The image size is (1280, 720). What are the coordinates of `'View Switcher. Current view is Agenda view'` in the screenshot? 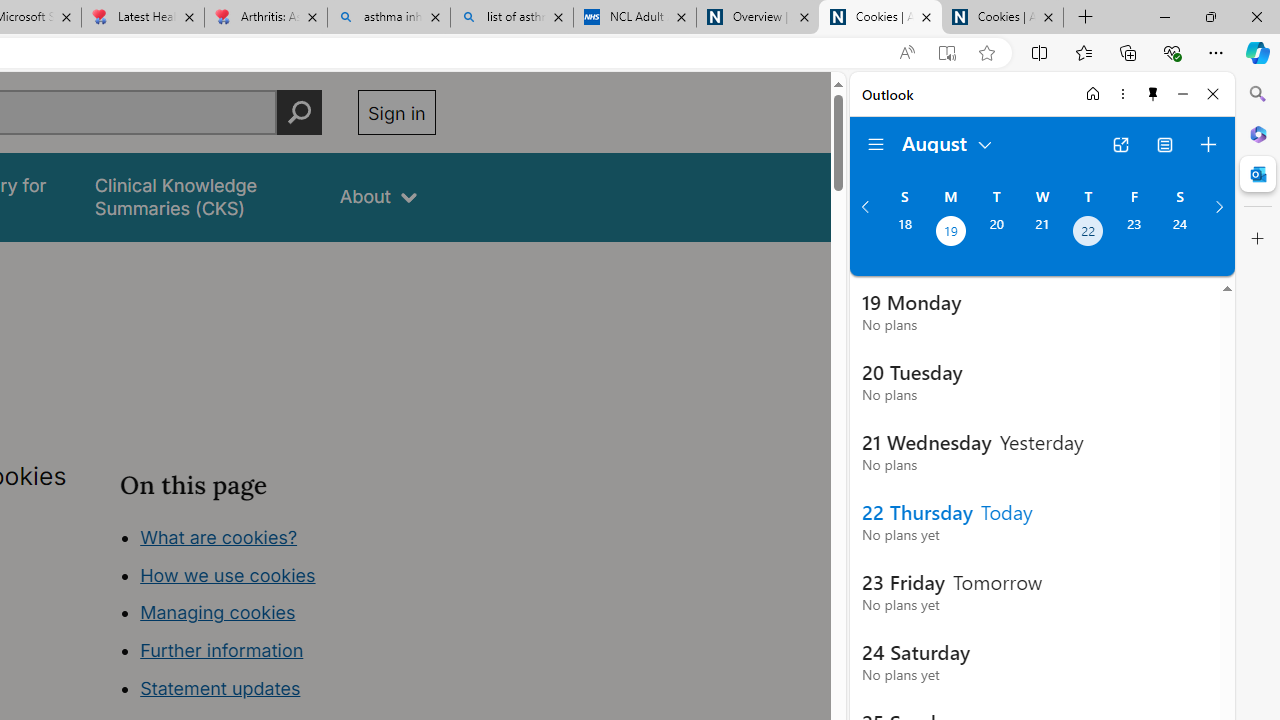 It's located at (1165, 144).